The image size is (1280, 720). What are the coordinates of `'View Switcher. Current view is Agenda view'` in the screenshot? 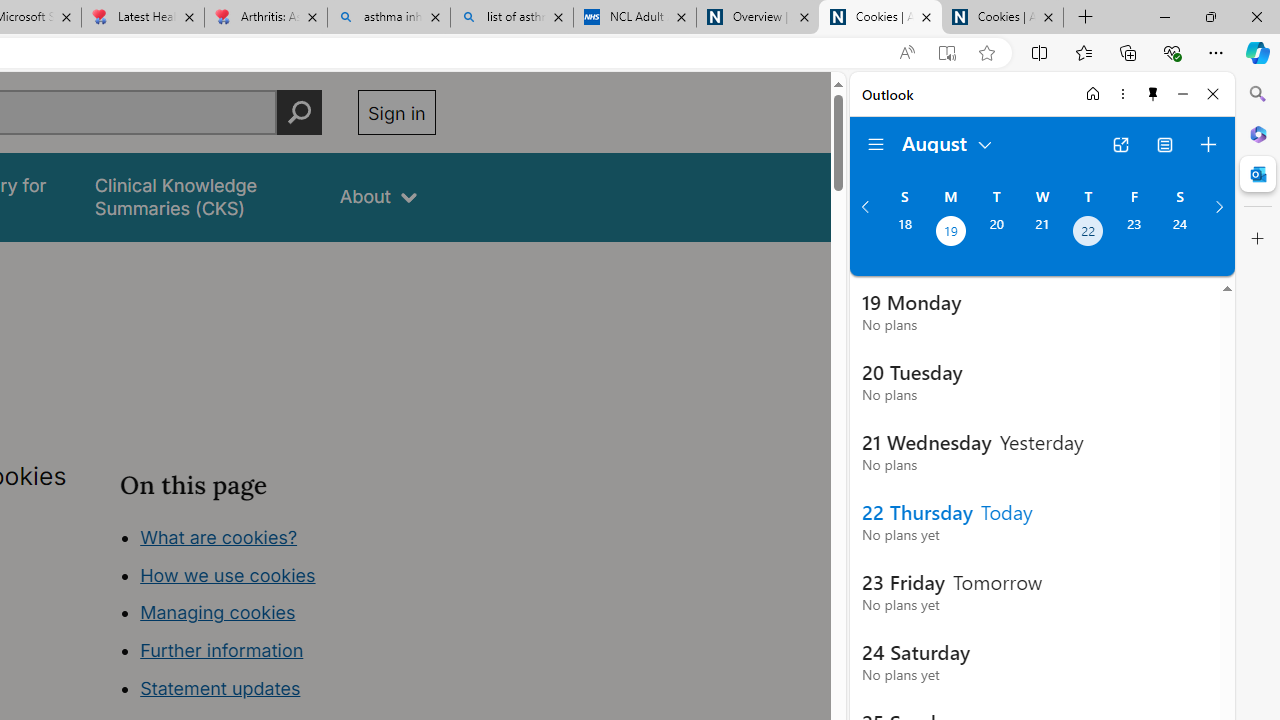 It's located at (1165, 144).